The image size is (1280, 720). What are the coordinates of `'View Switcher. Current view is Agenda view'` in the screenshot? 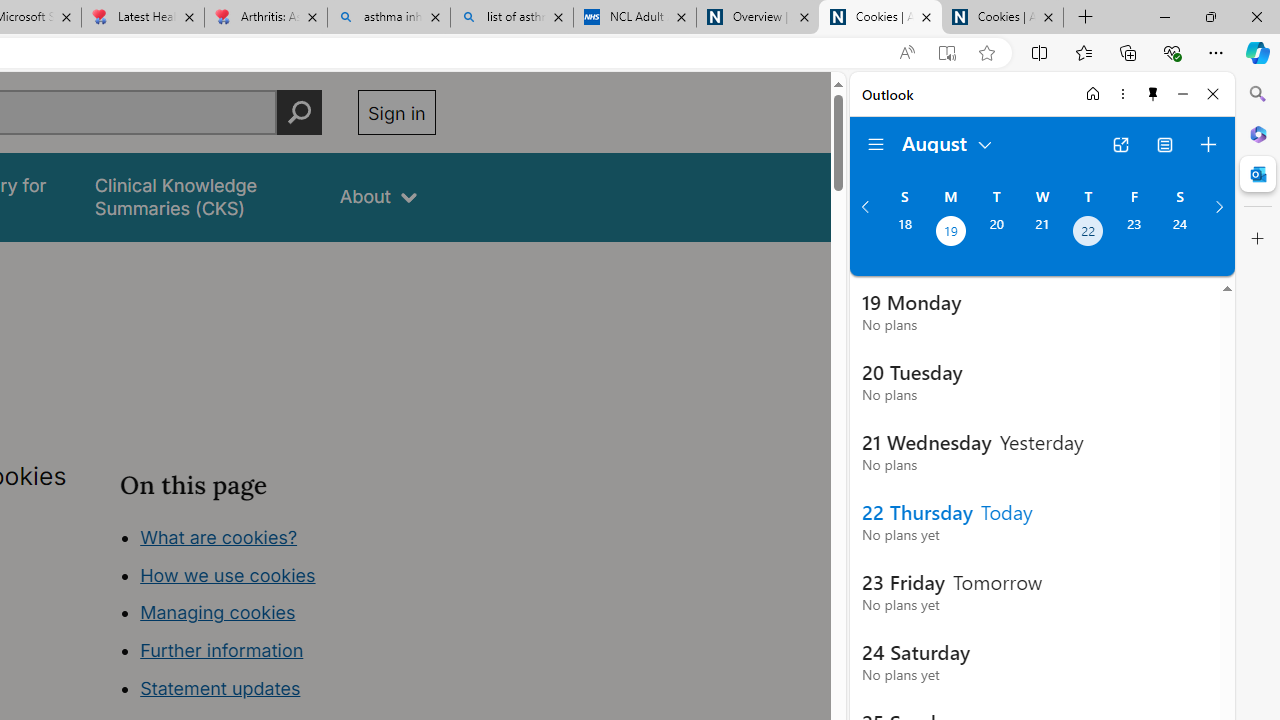 It's located at (1165, 144).